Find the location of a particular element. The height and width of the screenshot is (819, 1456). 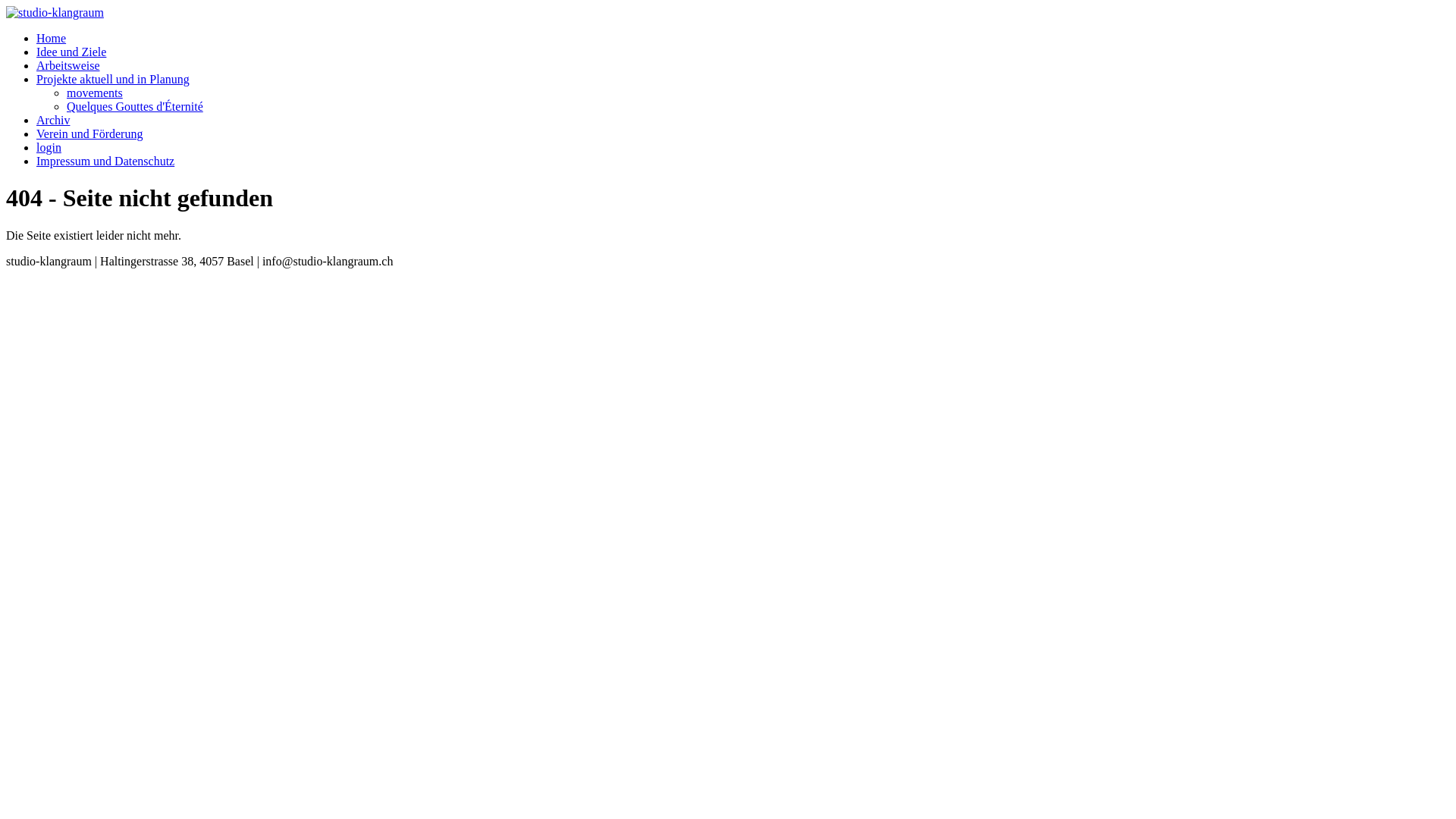

'Impressum und Datenschutz' is located at coordinates (105, 161).